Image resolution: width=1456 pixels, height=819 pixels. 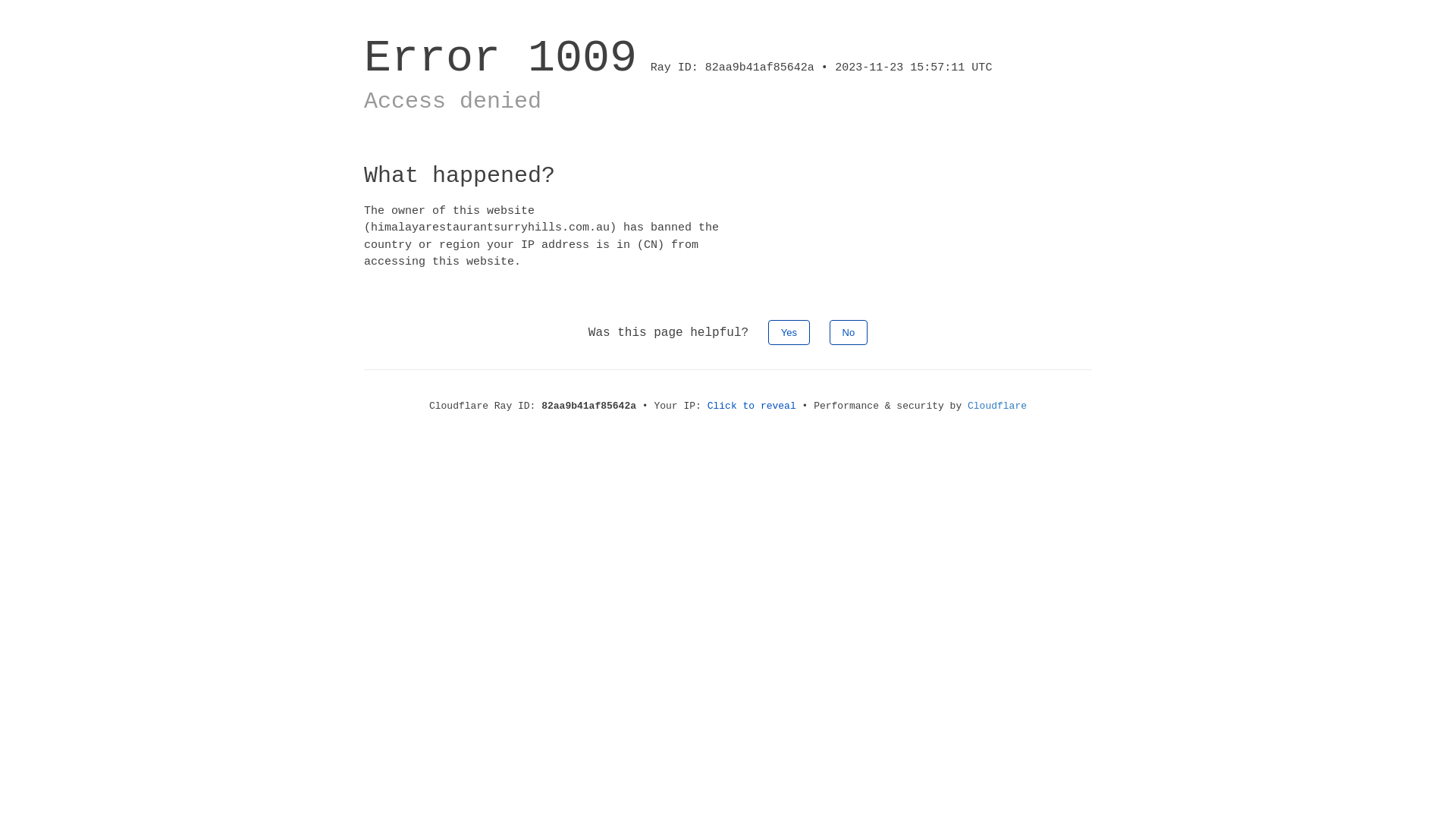 What do you see at coordinates (752, 405) in the screenshot?
I see `'Click to reveal'` at bounding box center [752, 405].